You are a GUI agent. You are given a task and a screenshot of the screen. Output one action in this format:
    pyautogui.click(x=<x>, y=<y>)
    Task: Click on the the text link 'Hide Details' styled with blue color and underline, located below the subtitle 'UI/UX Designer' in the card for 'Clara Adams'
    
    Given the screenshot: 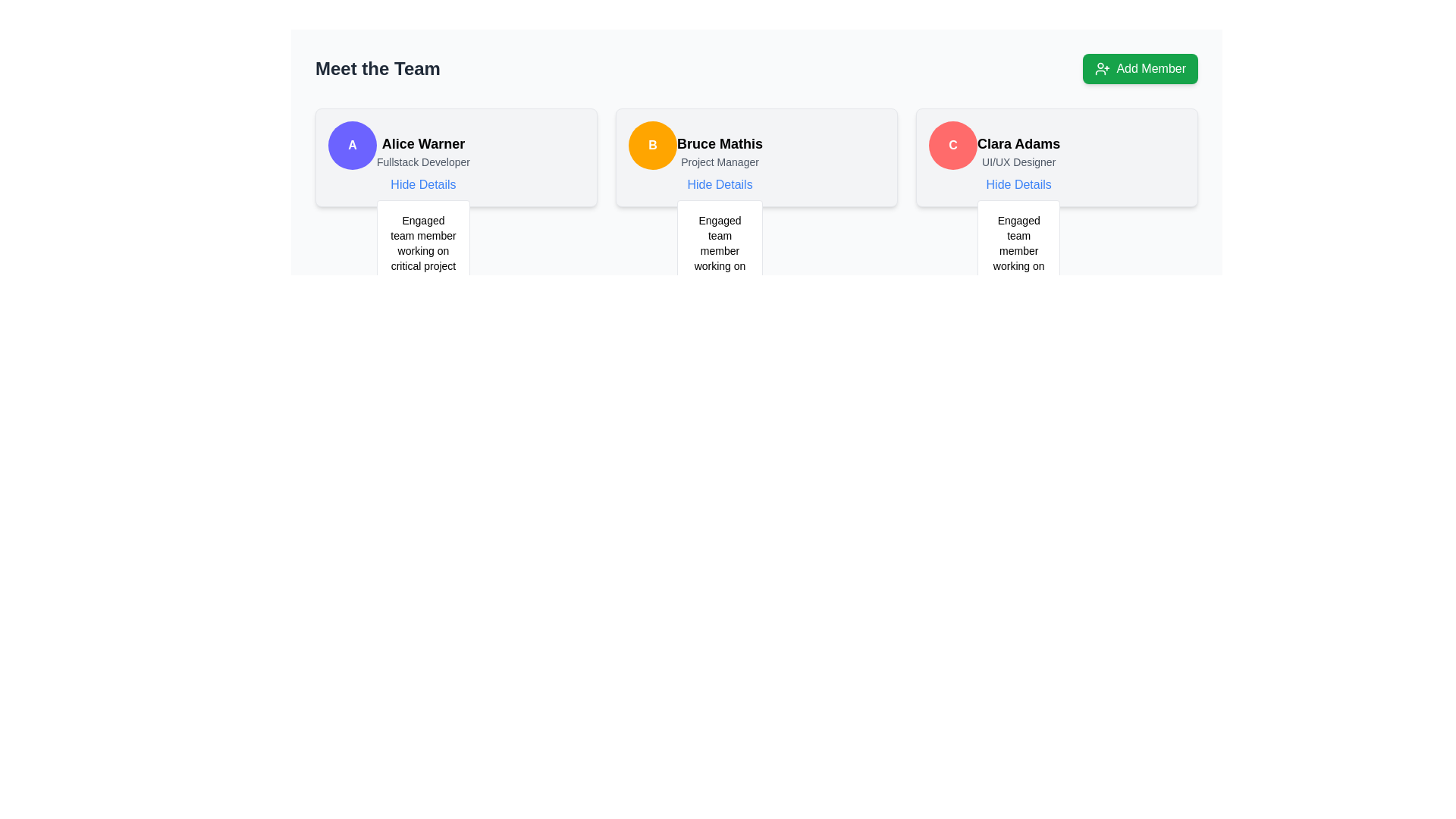 What is the action you would take?
    pyautogui.click(x=1018, y=184)
    